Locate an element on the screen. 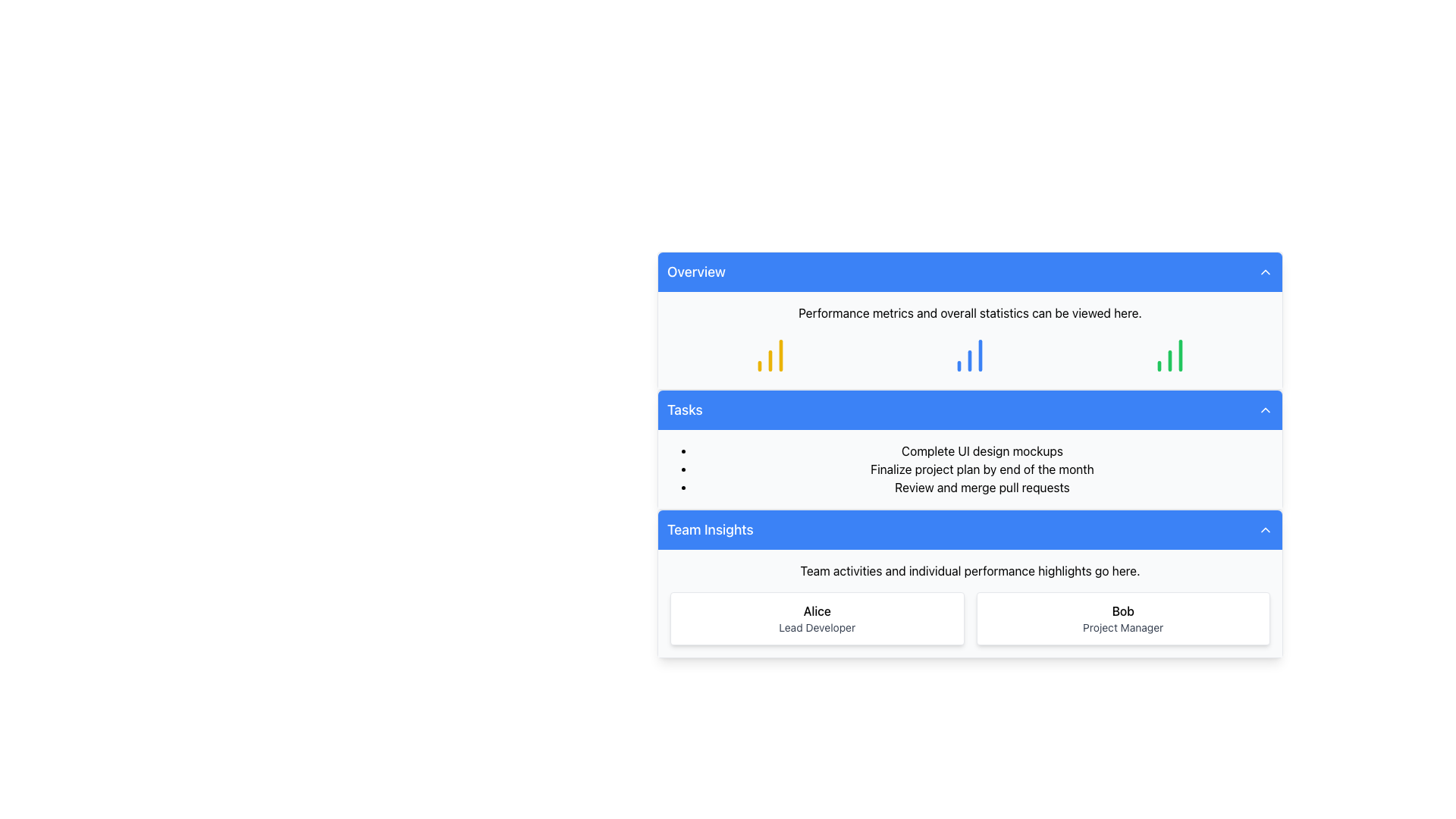 This screenshot has width=1456, height=819. the informational text that describes 'Alice' located directly below her name in the card within the 'Team Insights' panel is located at coordinates (816, 628).